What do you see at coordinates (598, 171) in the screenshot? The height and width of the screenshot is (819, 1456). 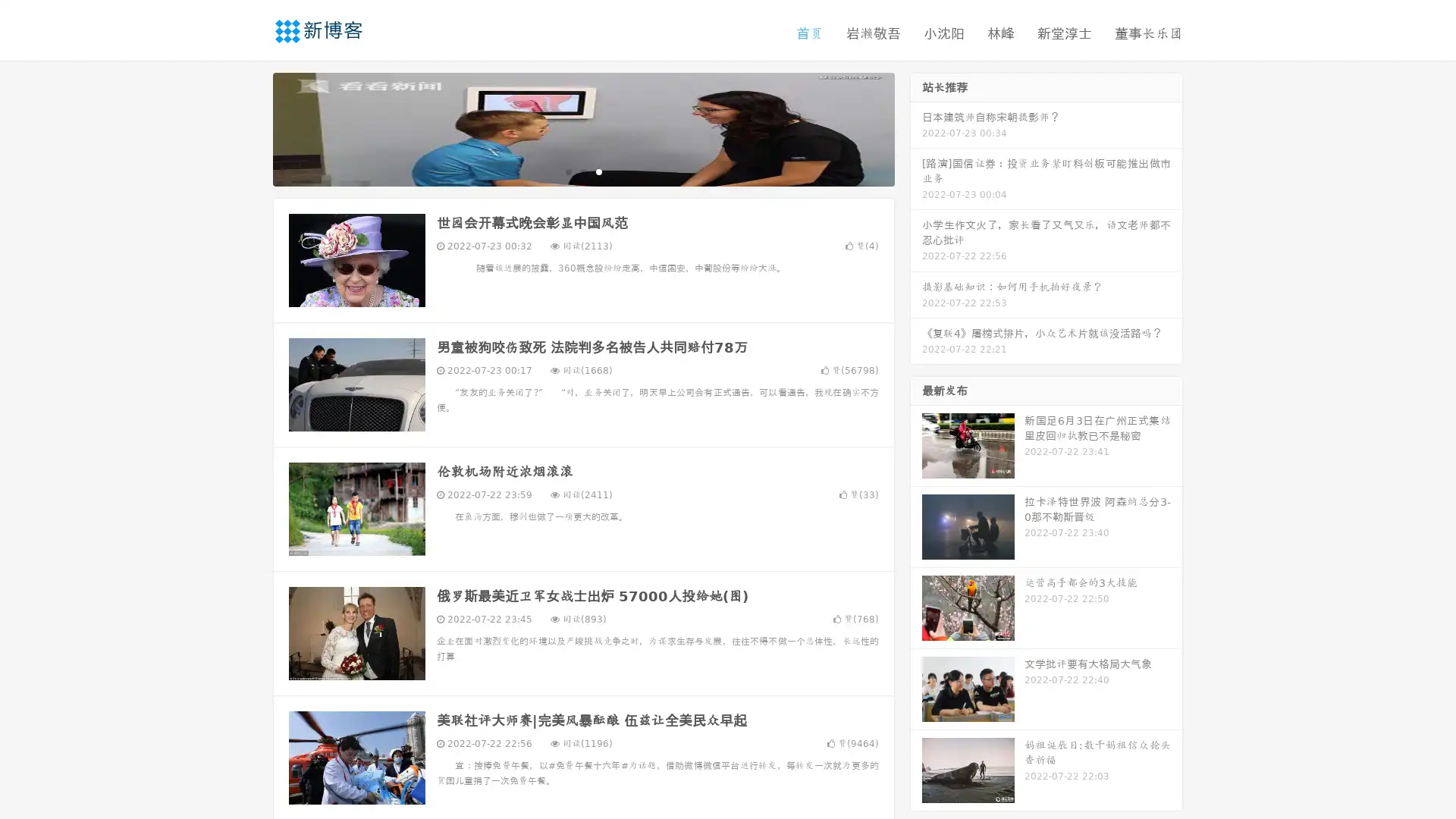 I see `Go to slide 3` at bounding box center [598, 171].